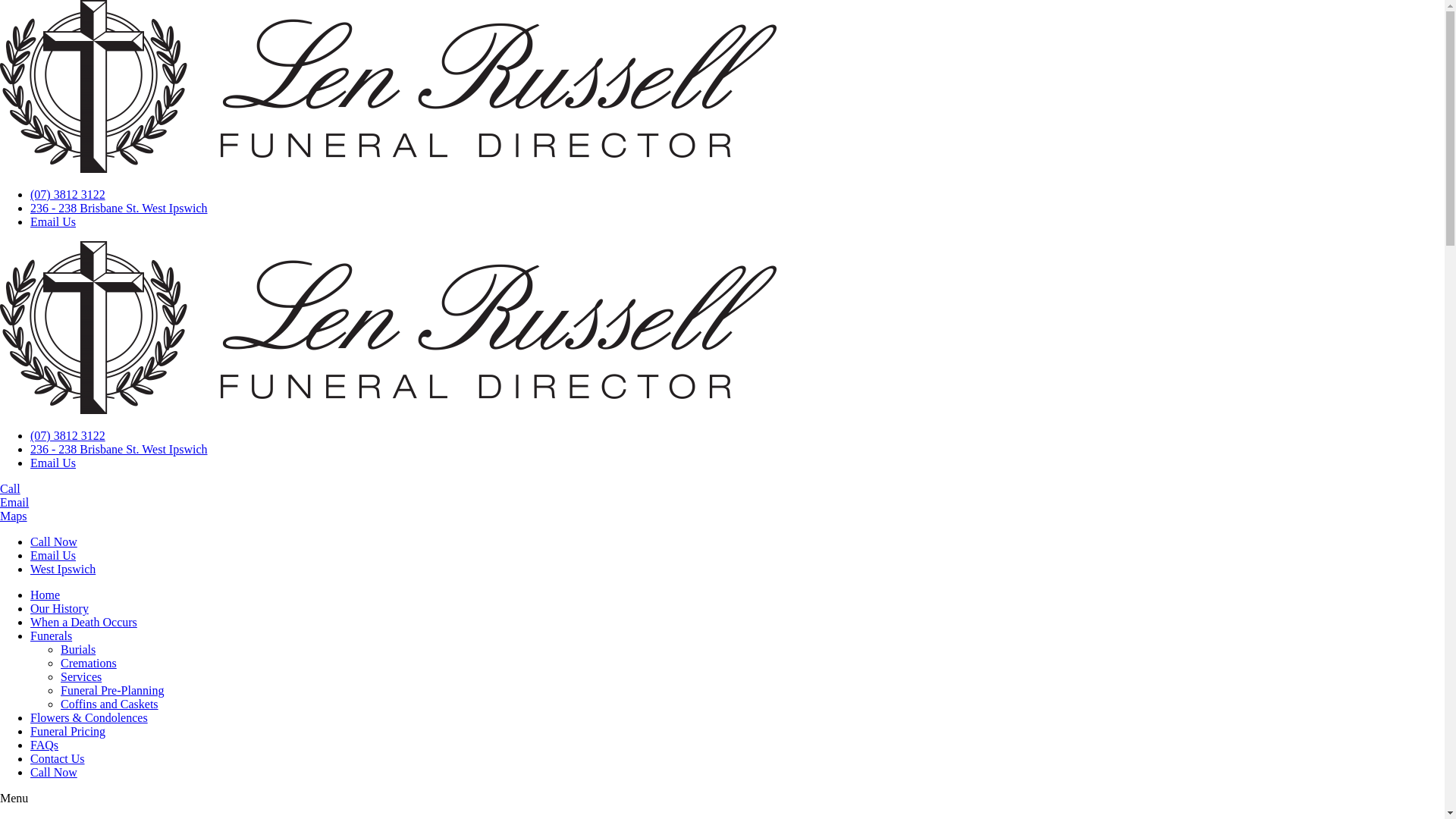  What do you see at coordinates (88, 717) in the screenshot?
I see `'Flowers & Condolences'` at bounding box center [88, 717].